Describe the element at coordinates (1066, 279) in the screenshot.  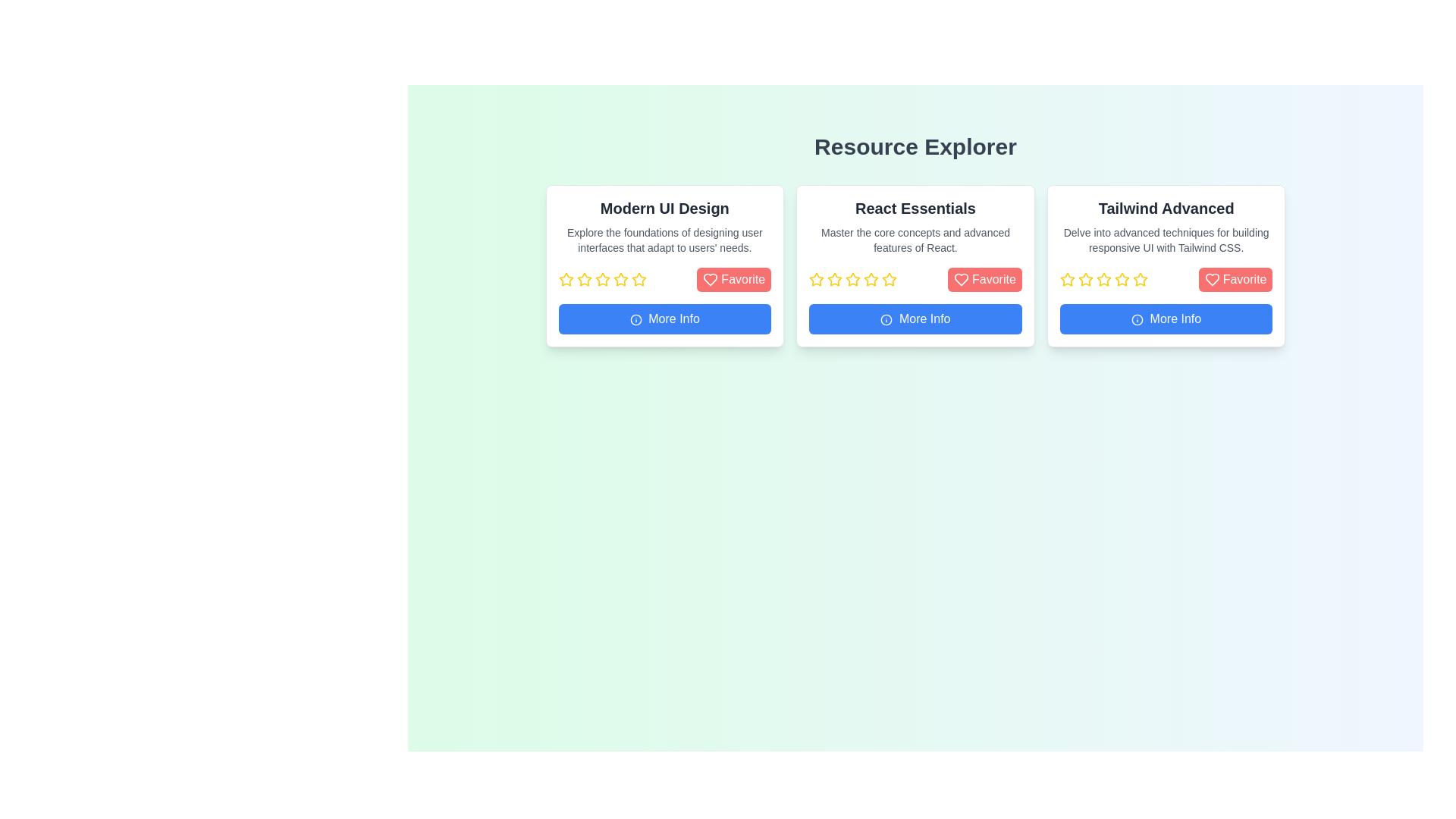
I see `the first yellow rating star in the rating system of the 'Tailwind Advanced' card to rate` at that location.